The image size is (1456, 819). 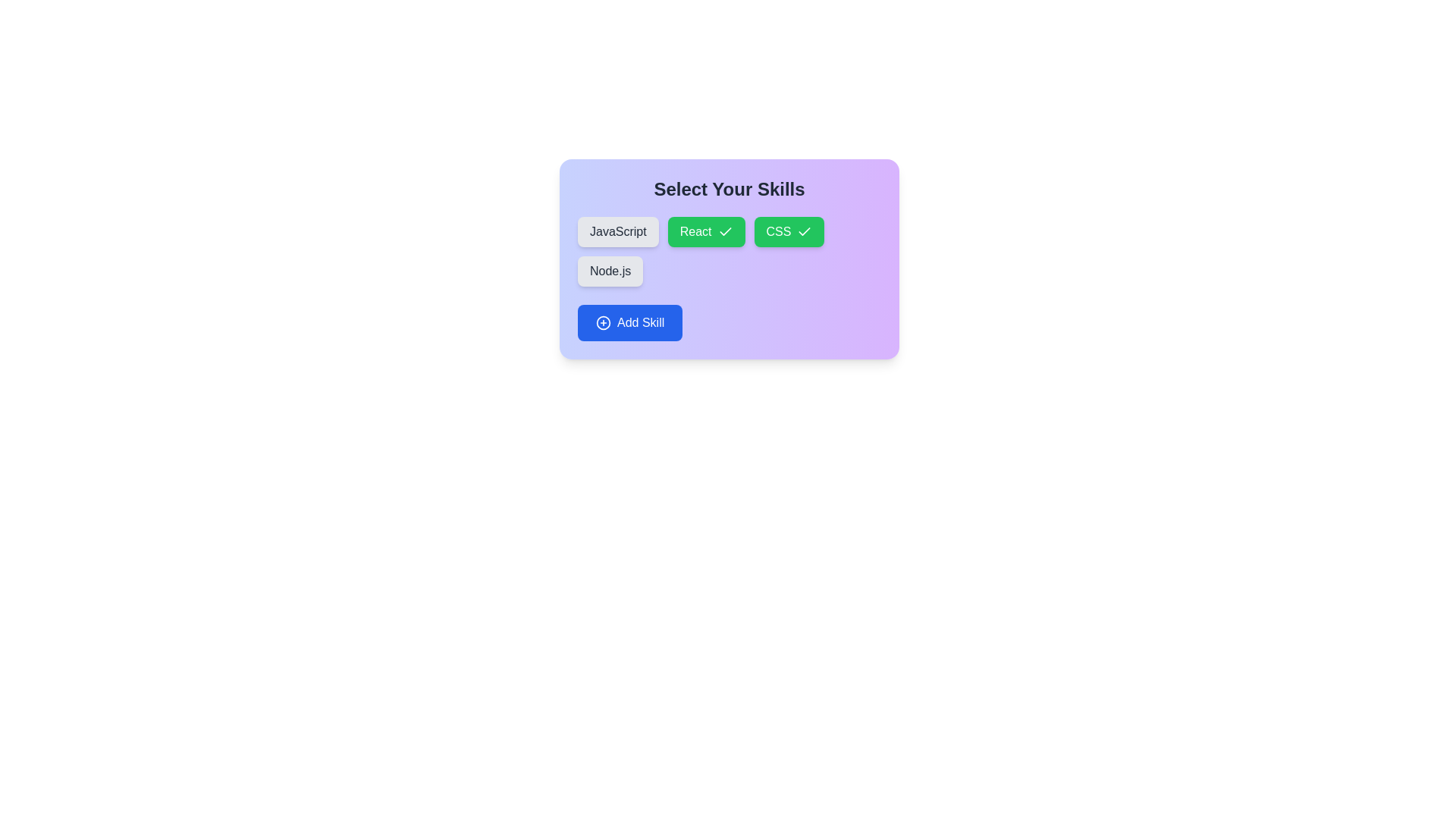 I want to click on the skill JavaScript, so click(x=618, y=231).